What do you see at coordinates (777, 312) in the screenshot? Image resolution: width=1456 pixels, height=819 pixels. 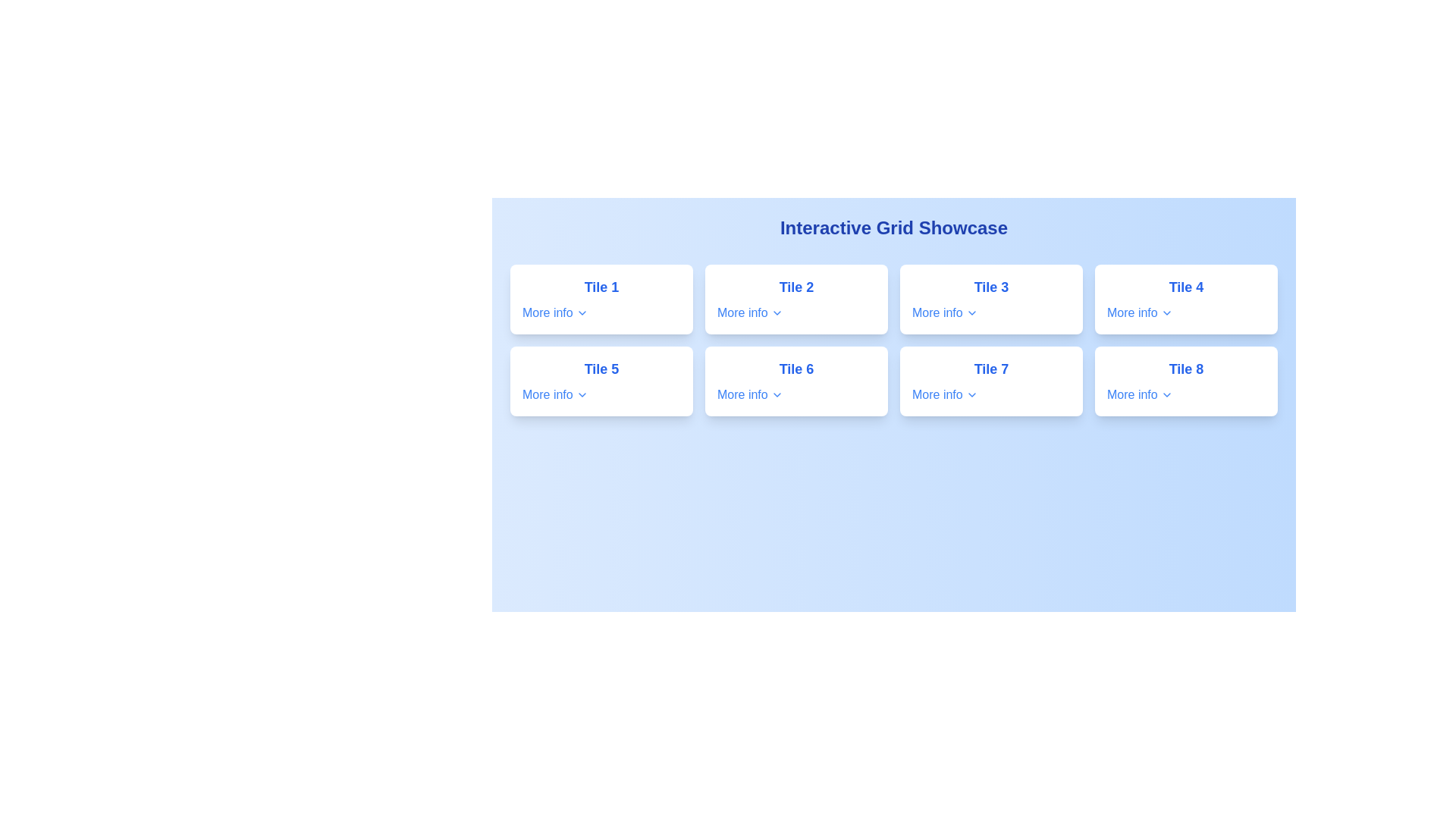 I see `the small downward-pointing chevron icon outlined with a blue stroke, located to the right of the 'More info' text in 'Tile 2'` at bounding box center [777, 312].